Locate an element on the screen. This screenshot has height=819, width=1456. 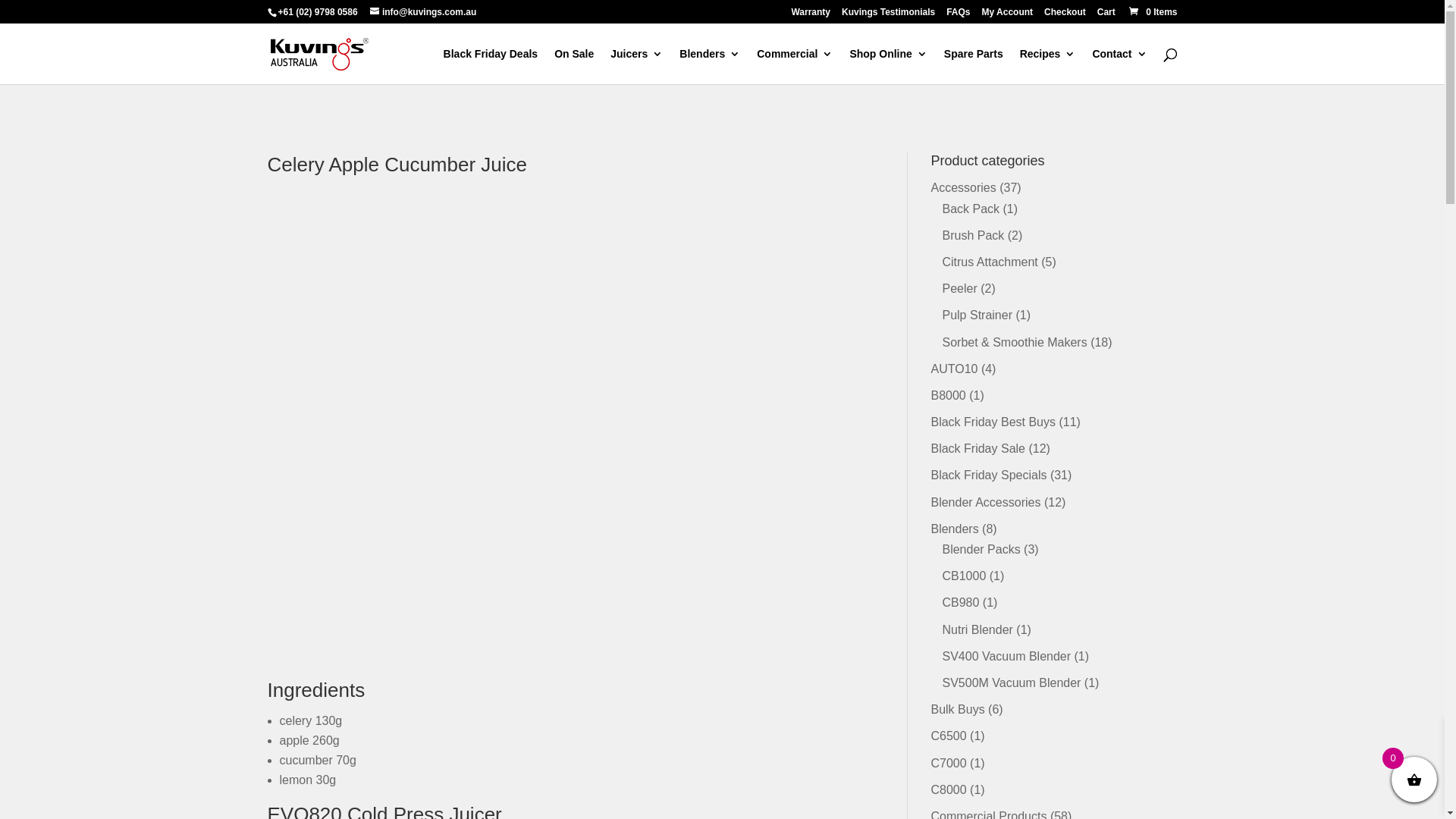
'C7000' is located at coordinates (947, 763).